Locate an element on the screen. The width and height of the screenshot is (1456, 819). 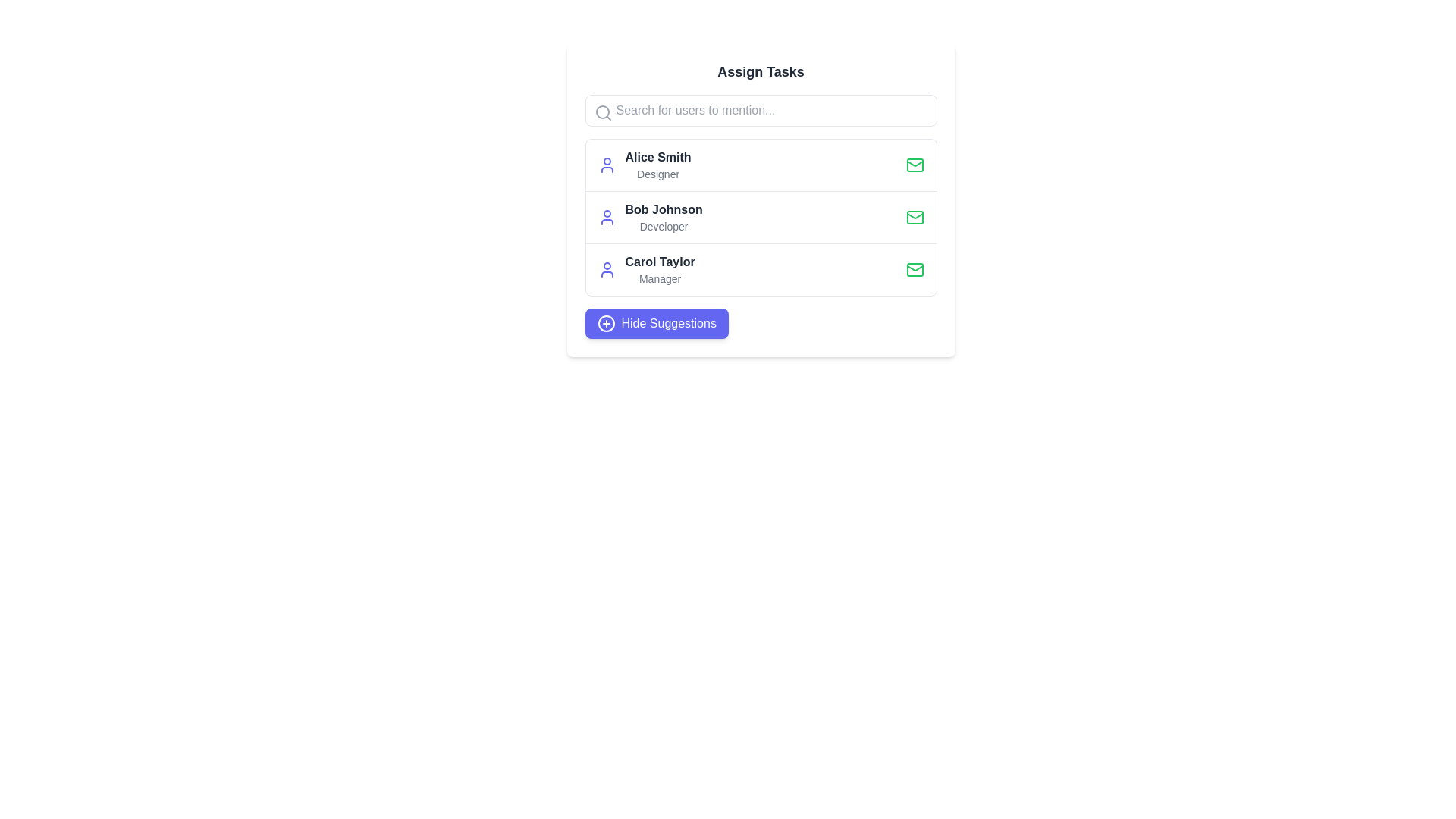
the green outlined envelope icon located on the right side of the row for 'Bob Johnson, Developer' is located at coordinates (914, 217).